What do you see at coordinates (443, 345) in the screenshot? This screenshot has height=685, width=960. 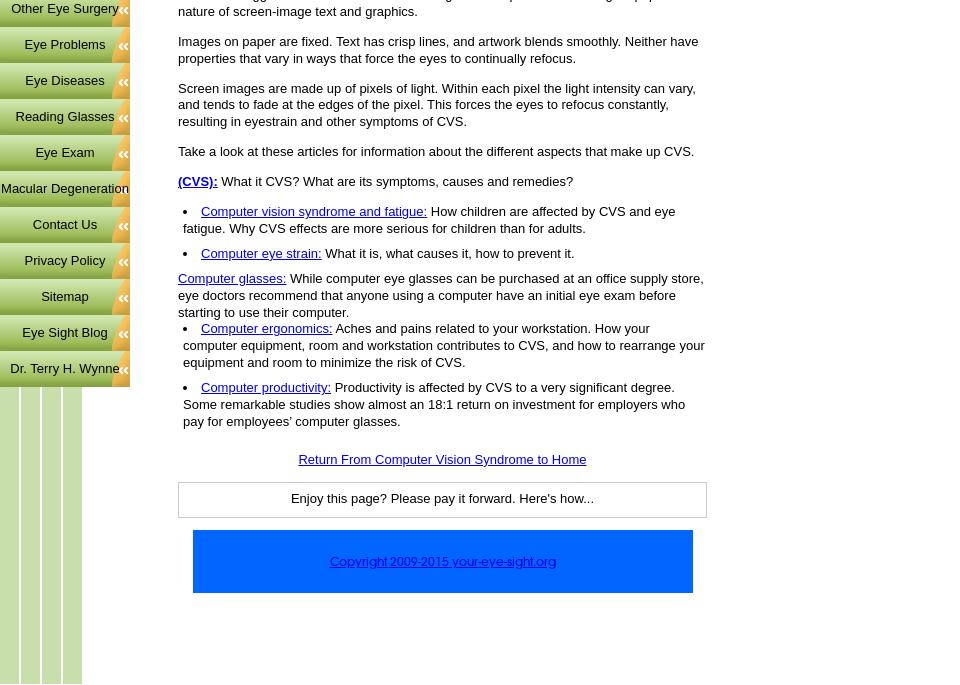 I see `'Aches and pains related to your workstation. How your computer equipment, room and workstation contributes to CVS, and how to rearrange your equipment and room to minimize the risk of CVS.'` at bounding box center [443, 345].